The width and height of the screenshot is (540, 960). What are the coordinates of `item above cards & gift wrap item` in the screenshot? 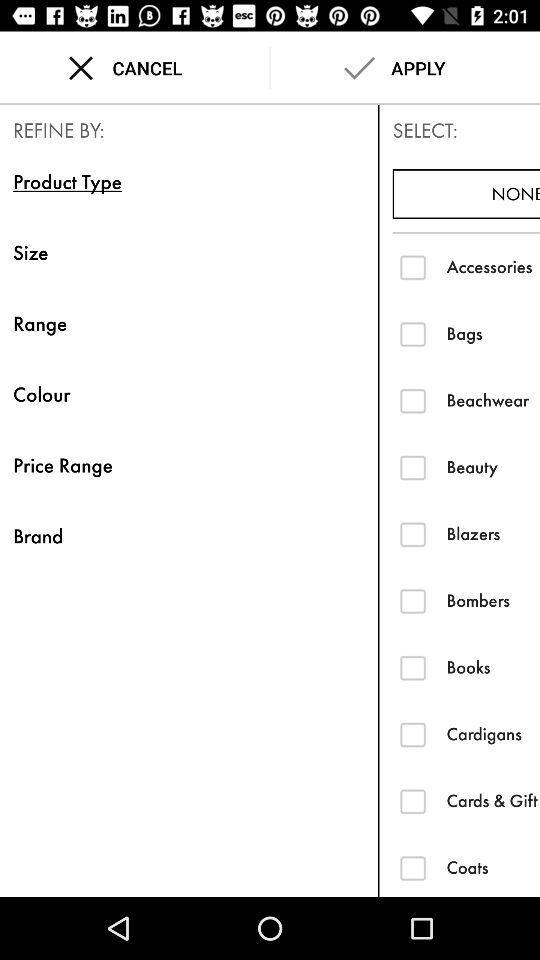 It's located at (492, 733).